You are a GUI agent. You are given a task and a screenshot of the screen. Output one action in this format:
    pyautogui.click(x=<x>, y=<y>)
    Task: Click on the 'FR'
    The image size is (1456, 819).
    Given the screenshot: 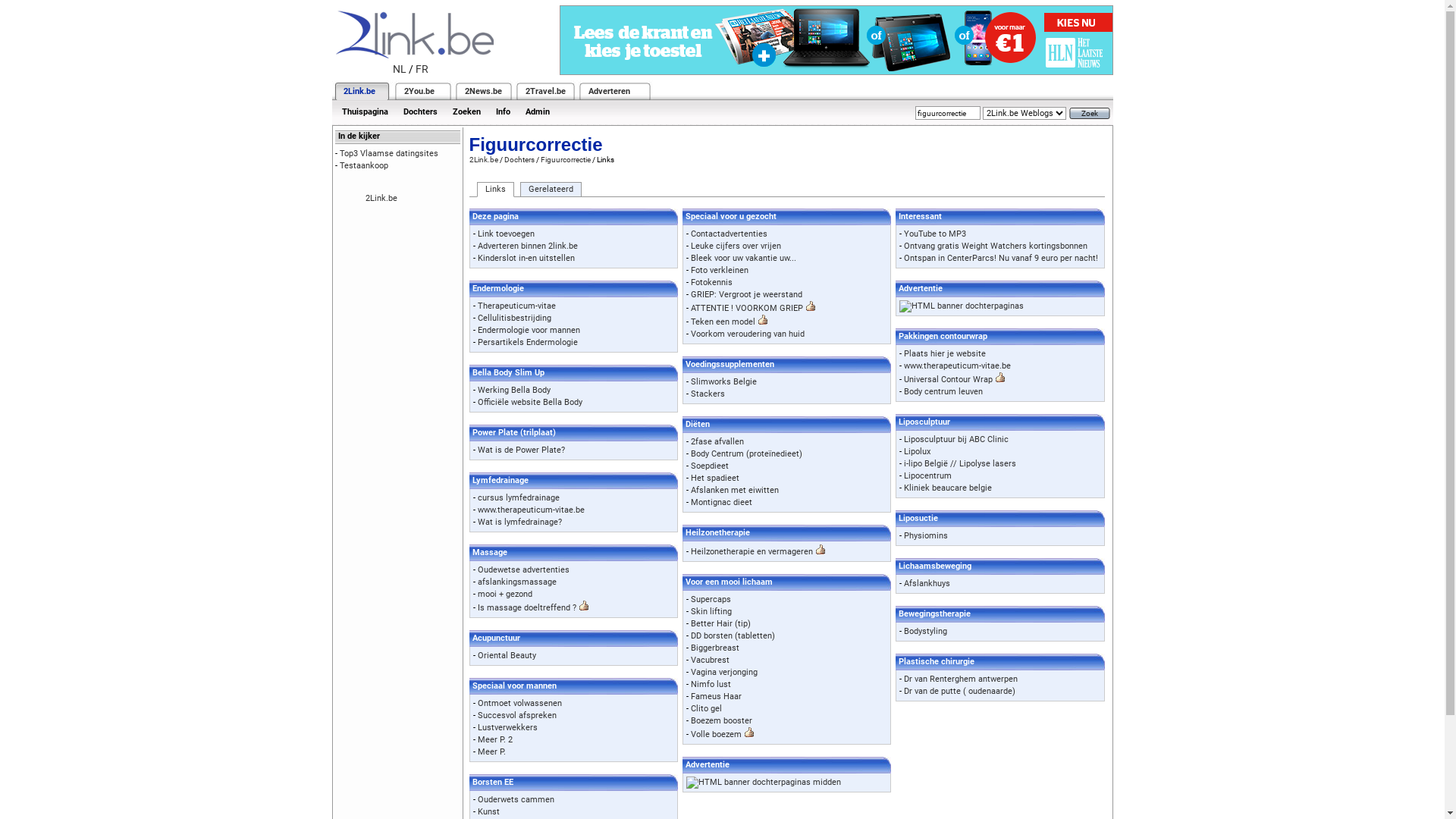 What is the action you would take?
    pyautogui.click(x=422, y=69)
    